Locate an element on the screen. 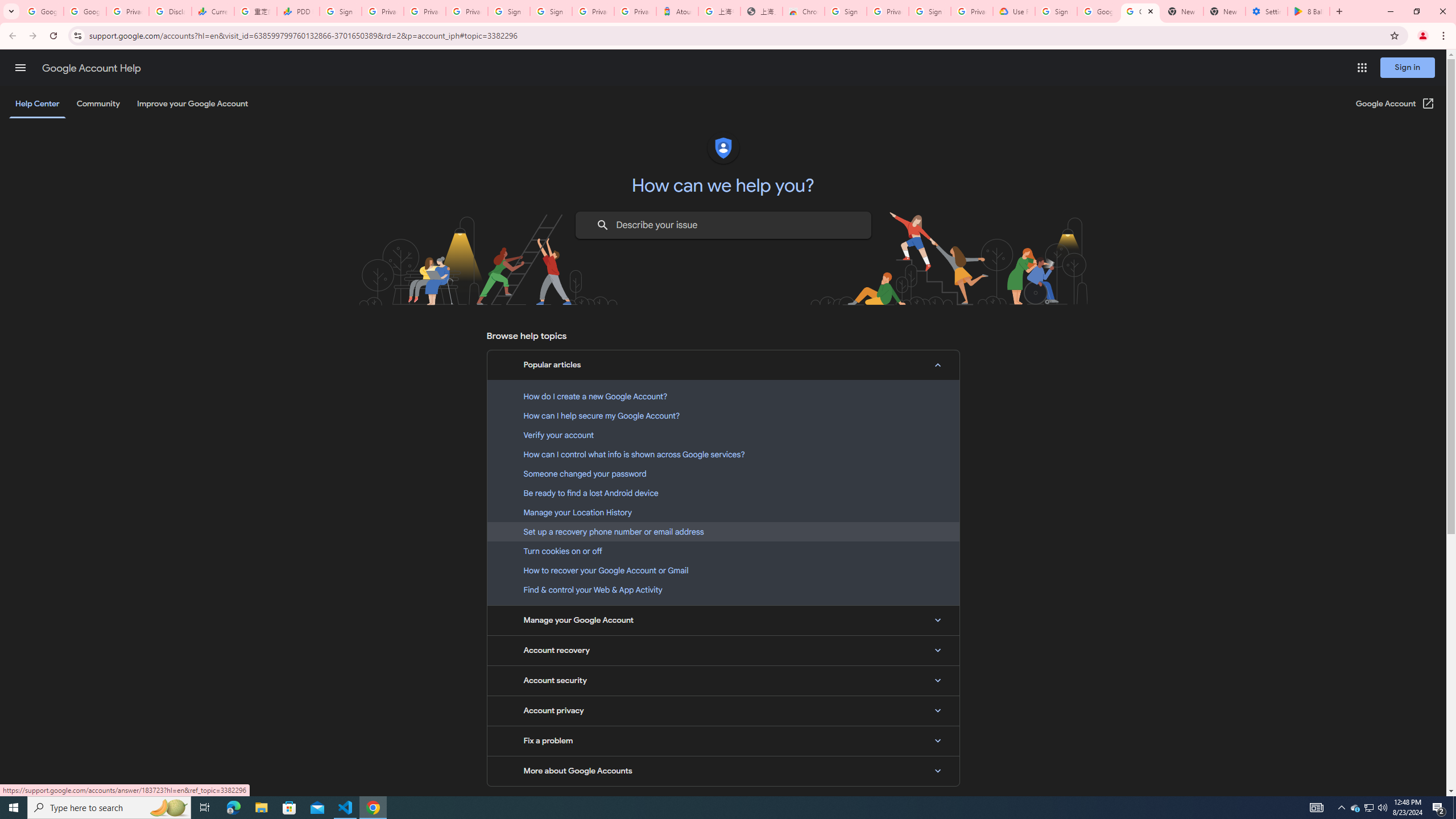  'Manage your Google Account' is located at coordinates (723, 621).